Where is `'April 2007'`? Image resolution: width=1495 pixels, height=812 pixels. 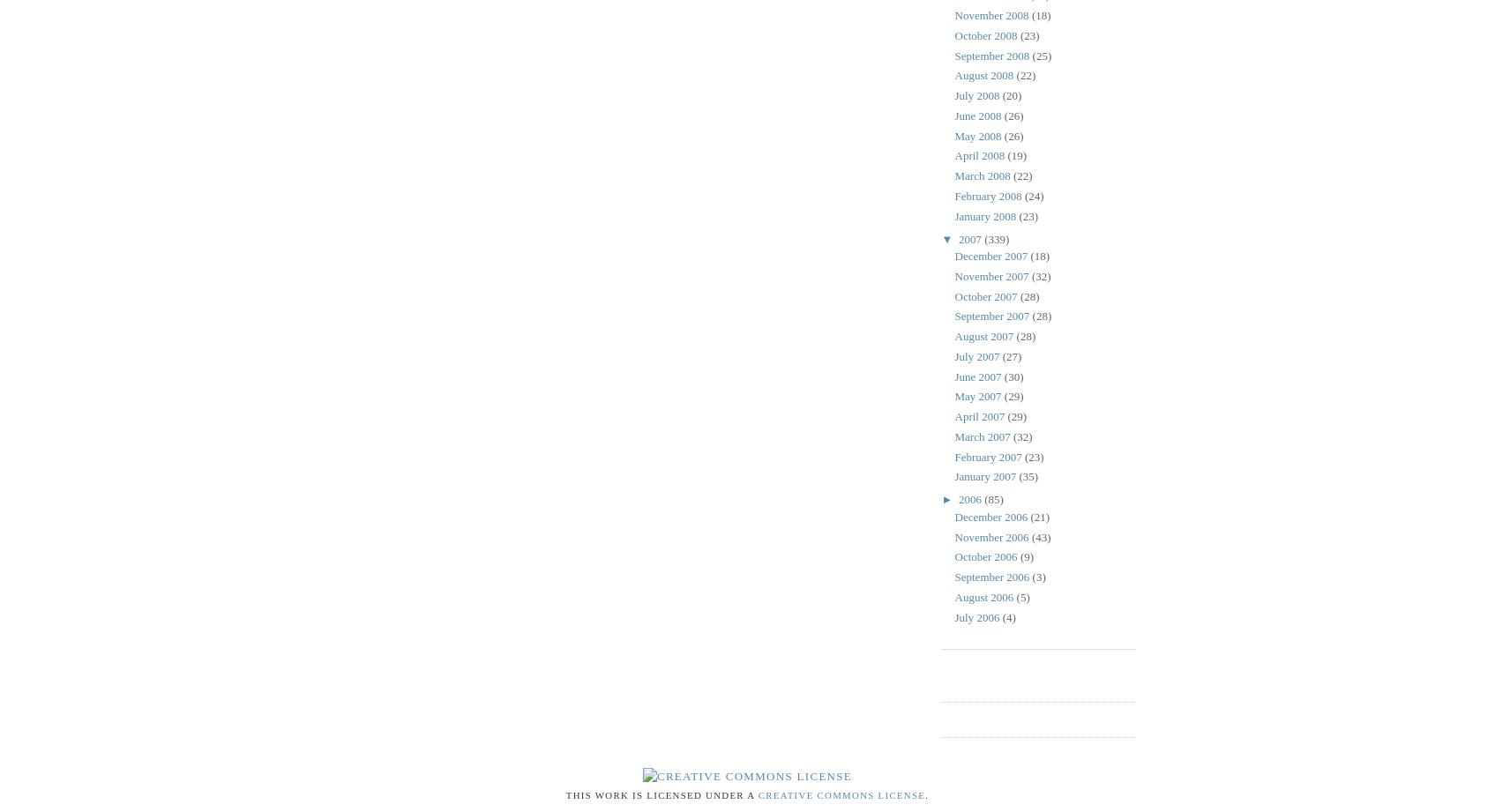
'April 2007' is located at coordinates (979, 415).